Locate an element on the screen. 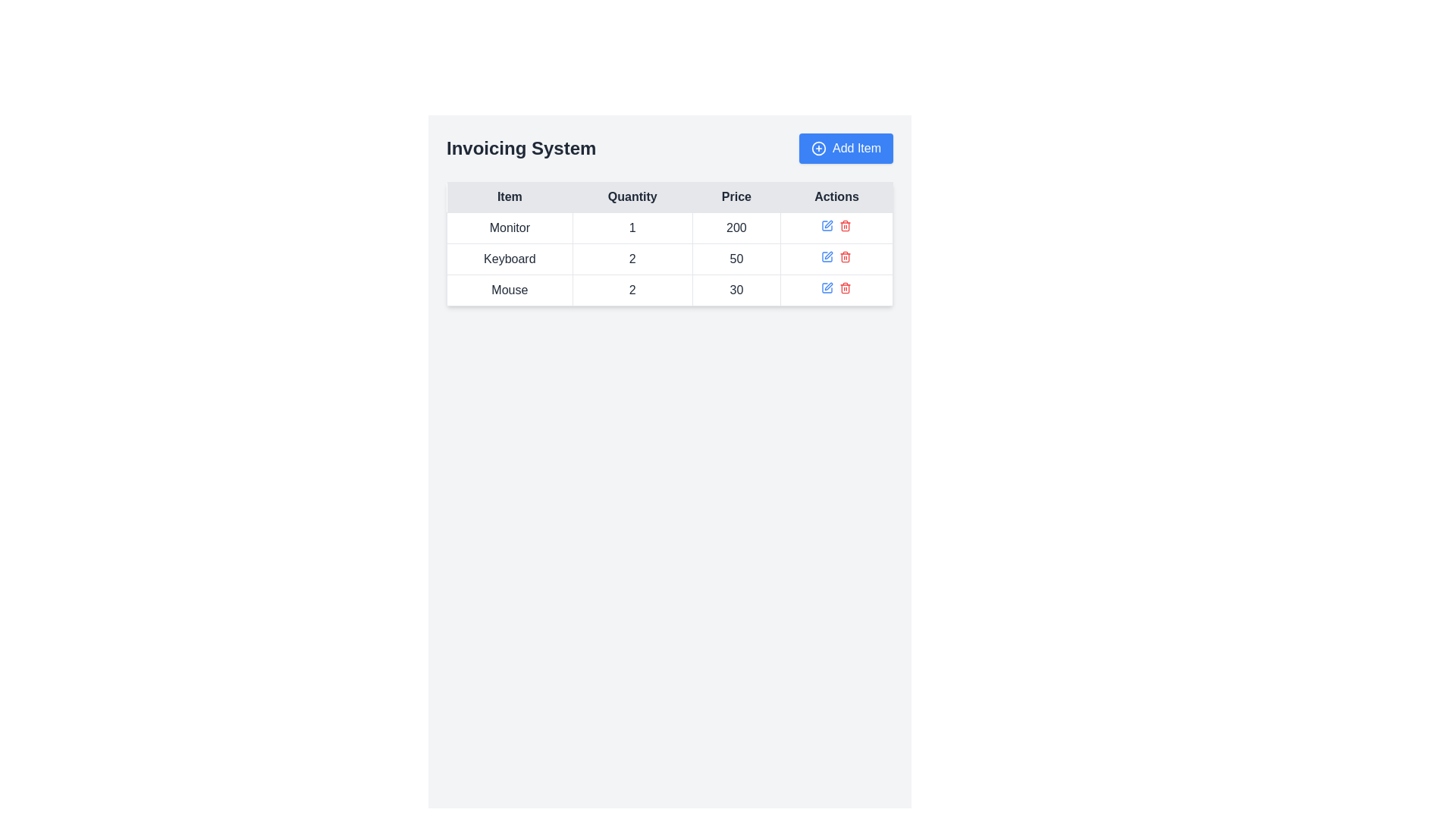  the edit icon button in the 'Actions' column for the 'Mouse' item is located at coordinates (827, 288).